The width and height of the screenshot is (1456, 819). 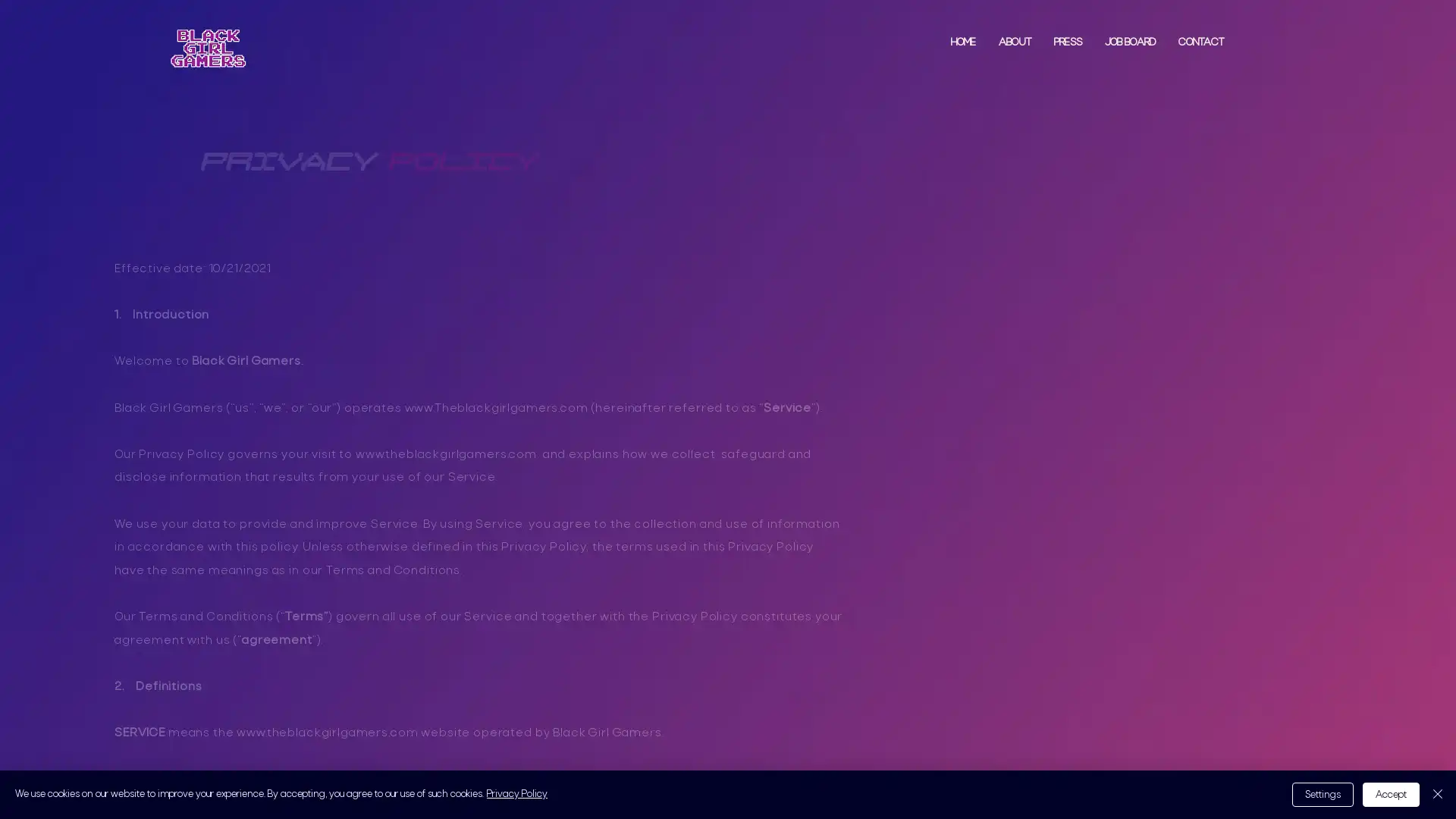 What do you see at coordinates (1437, 794) in the screenshot?
I see `Close` at bounding box center [1437, 794].